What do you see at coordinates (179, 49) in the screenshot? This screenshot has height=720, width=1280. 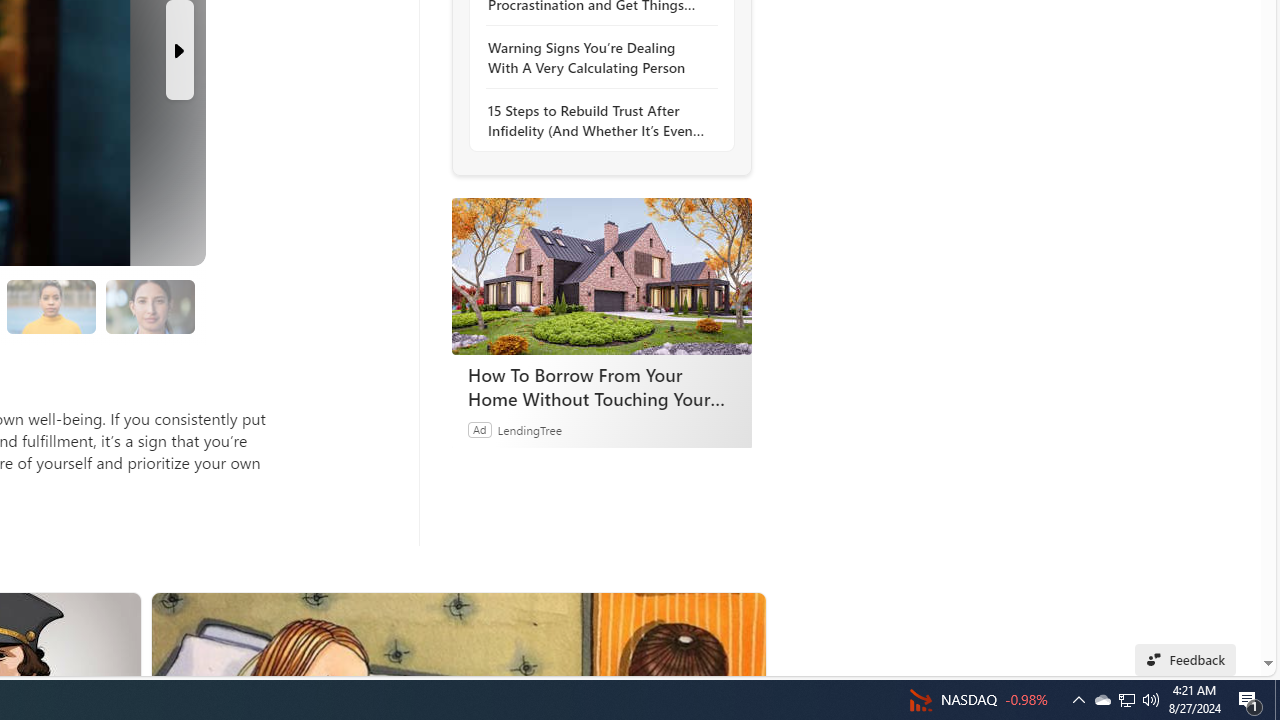 I see `'Next Slide'` at bounding box center [179, 49].